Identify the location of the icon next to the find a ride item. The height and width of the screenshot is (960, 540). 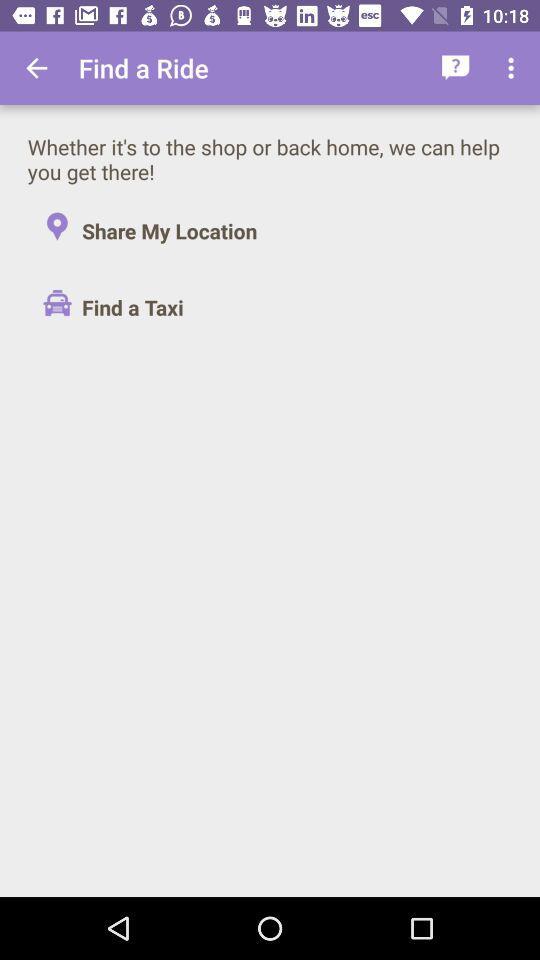
(455, 68).